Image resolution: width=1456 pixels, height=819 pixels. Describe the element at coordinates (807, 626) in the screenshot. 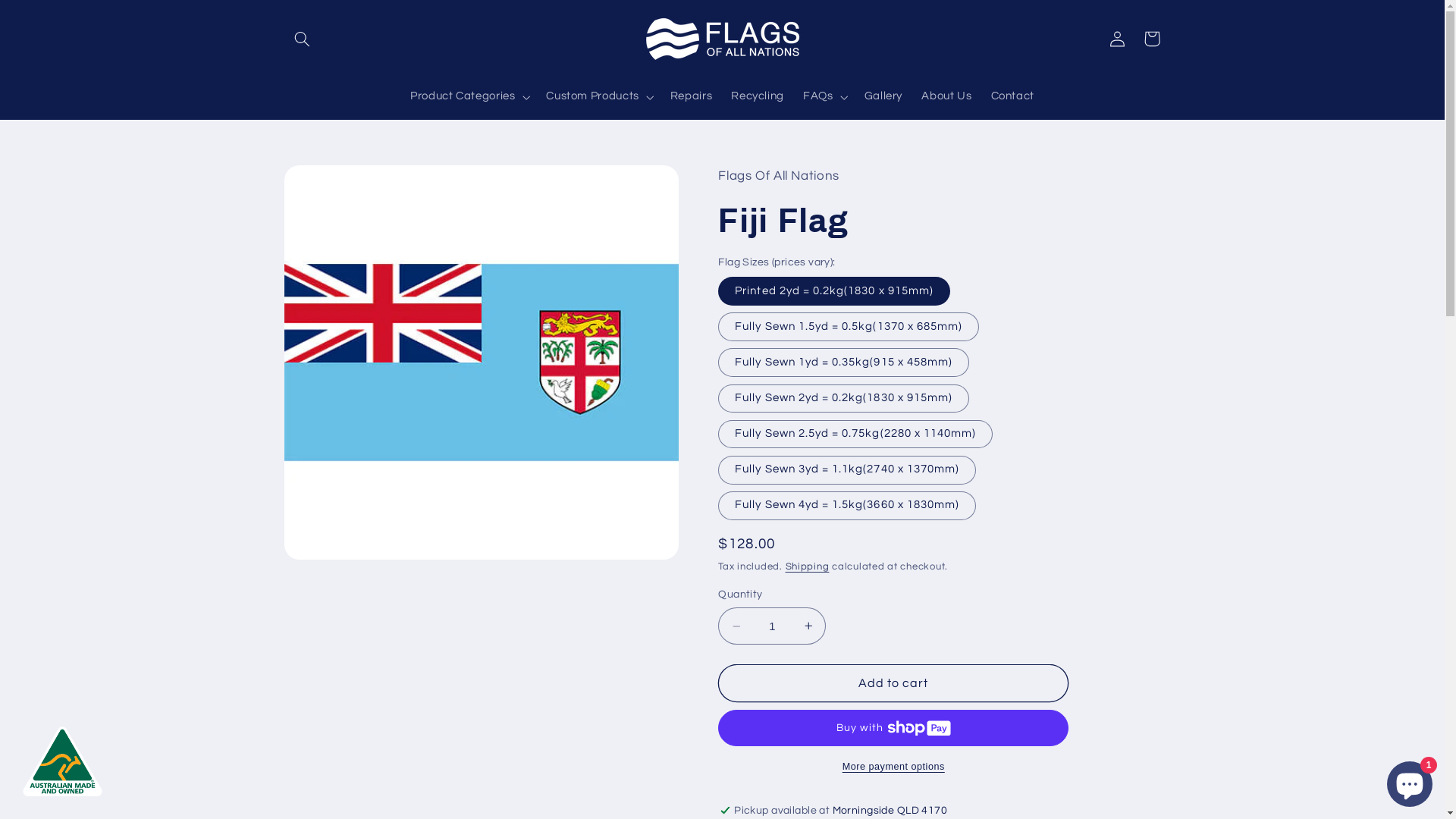

I see `'Increase quantity for Fiji Flag'` at that location.